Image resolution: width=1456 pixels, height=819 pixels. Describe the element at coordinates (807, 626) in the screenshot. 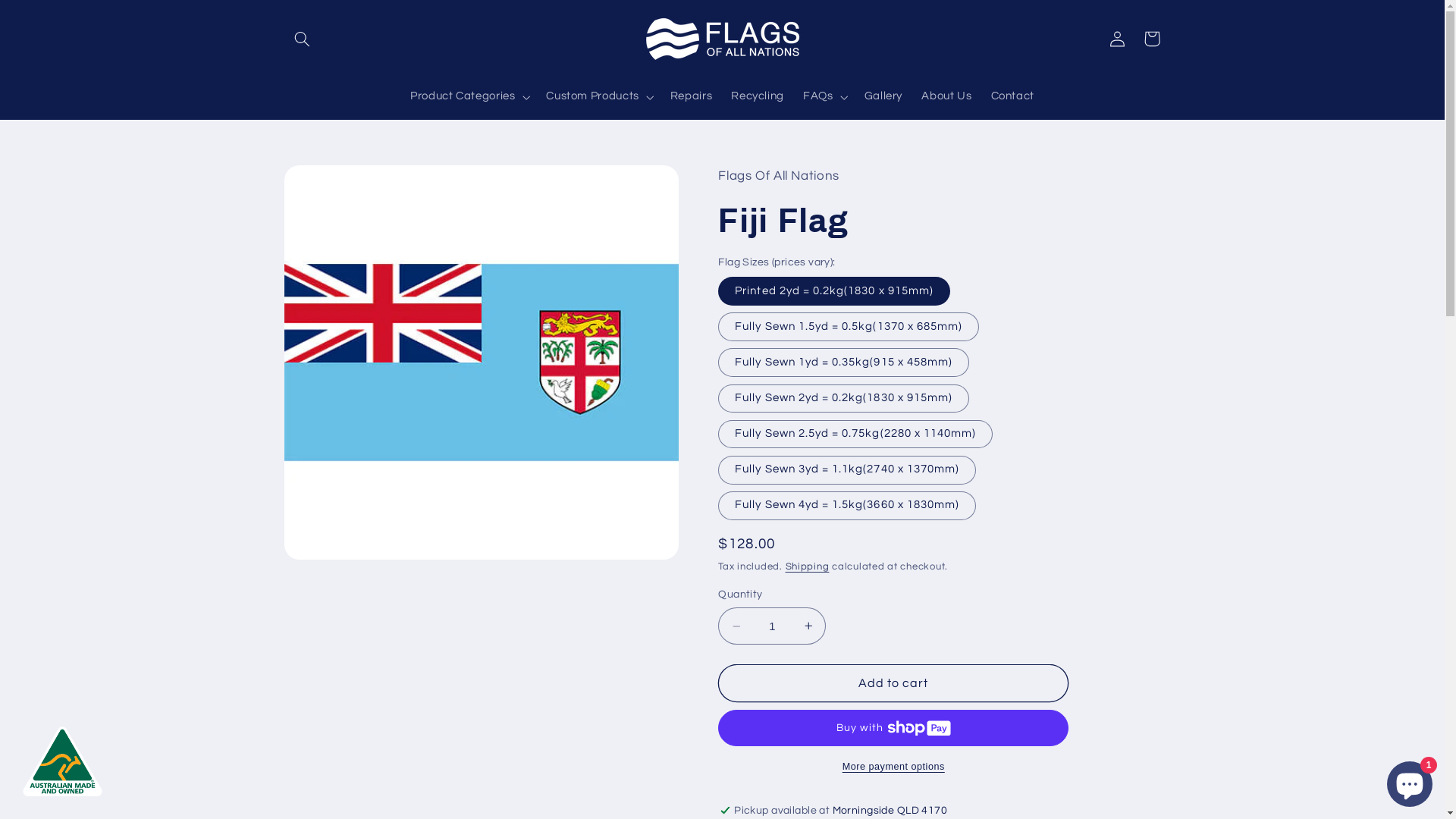

I see `'Increase quantity for Fiji Flag'` at that location.